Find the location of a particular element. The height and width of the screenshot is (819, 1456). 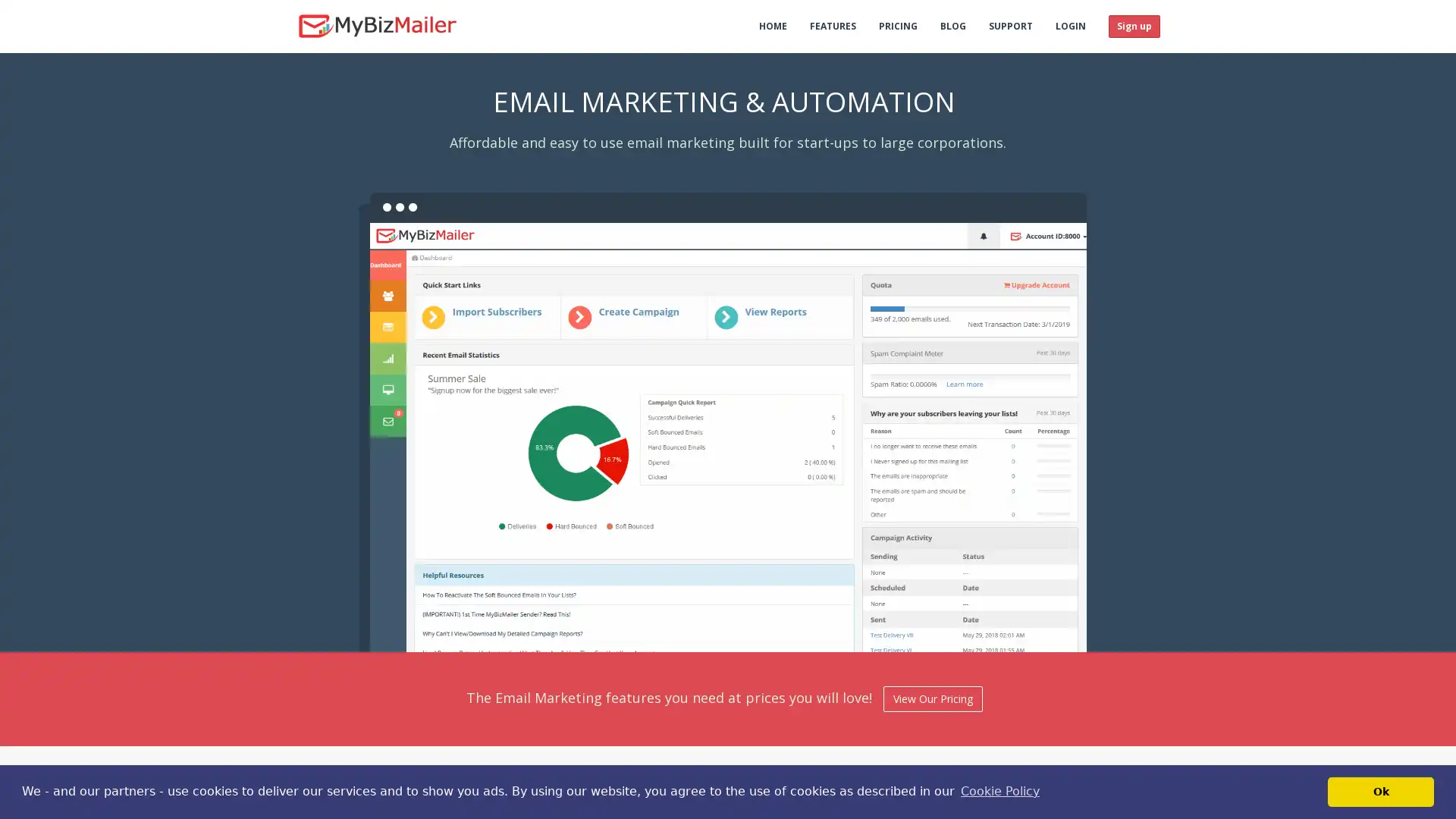

dismiss cookie message is located at coordinates (1380, 791).